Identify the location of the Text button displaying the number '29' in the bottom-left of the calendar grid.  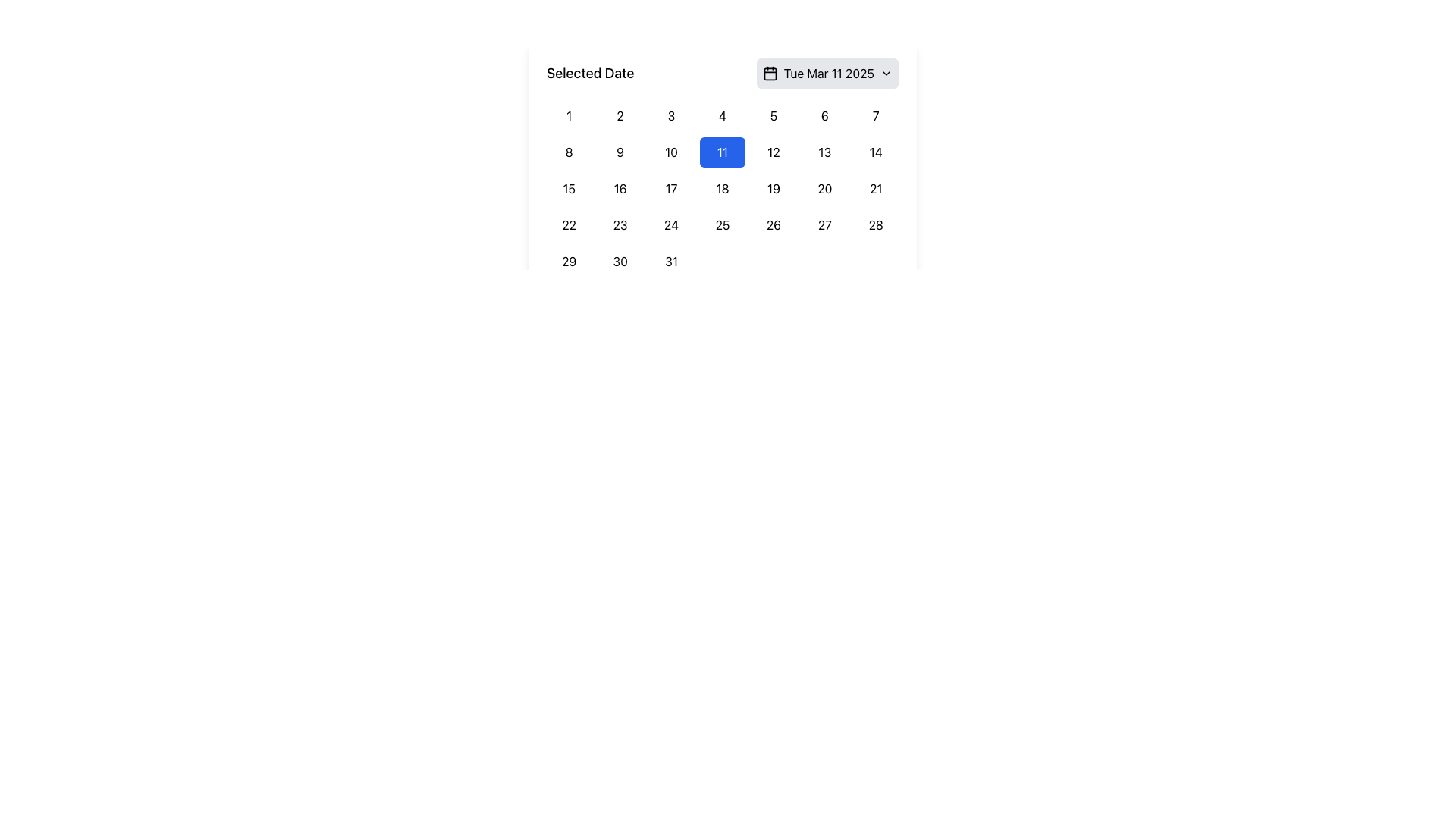
(568, 260).